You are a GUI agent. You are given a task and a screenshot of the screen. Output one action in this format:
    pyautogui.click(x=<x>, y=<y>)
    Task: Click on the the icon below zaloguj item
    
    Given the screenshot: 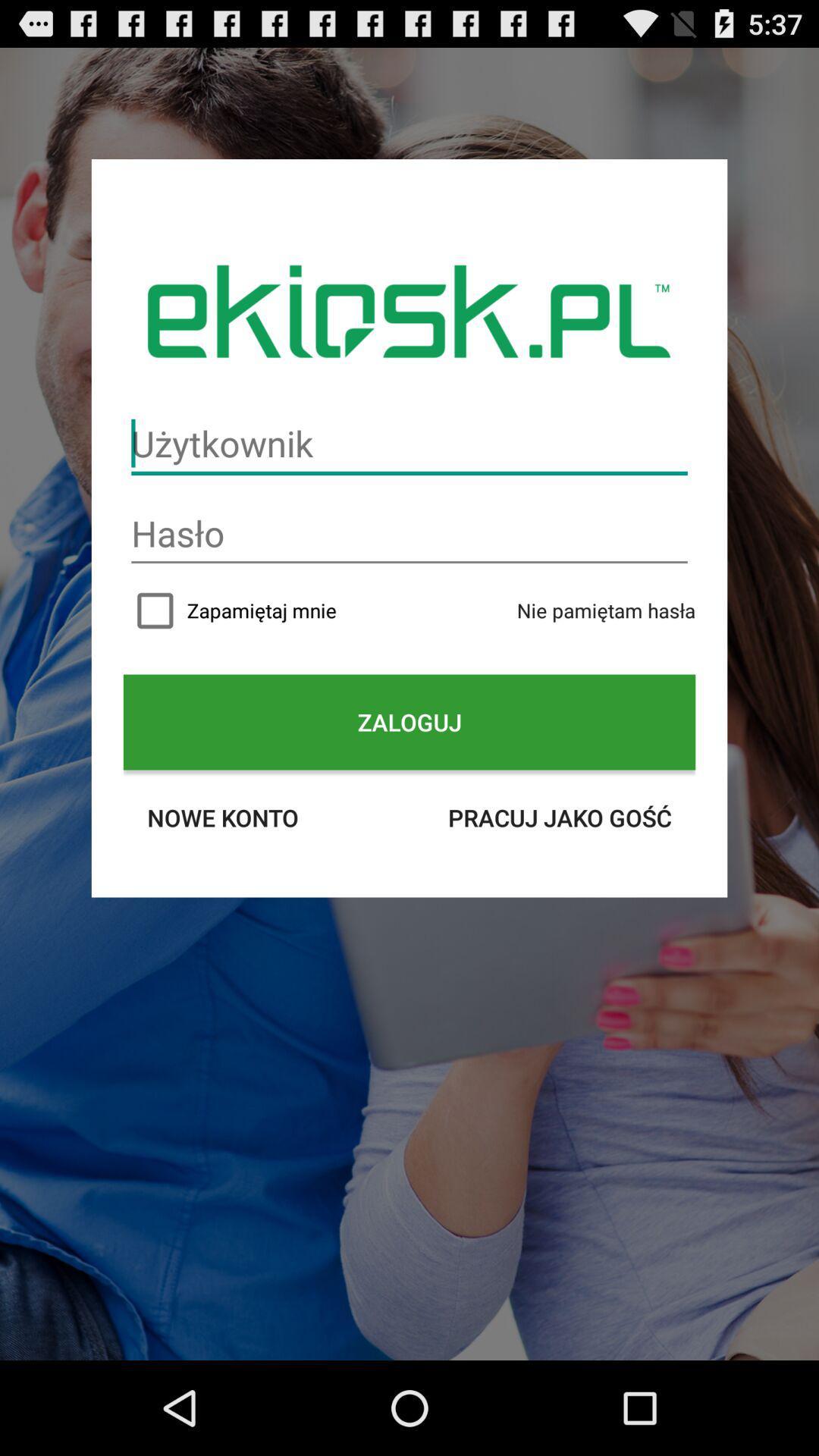 What is the action you would take?
    pyautogui.click(x=222, y=817)
    